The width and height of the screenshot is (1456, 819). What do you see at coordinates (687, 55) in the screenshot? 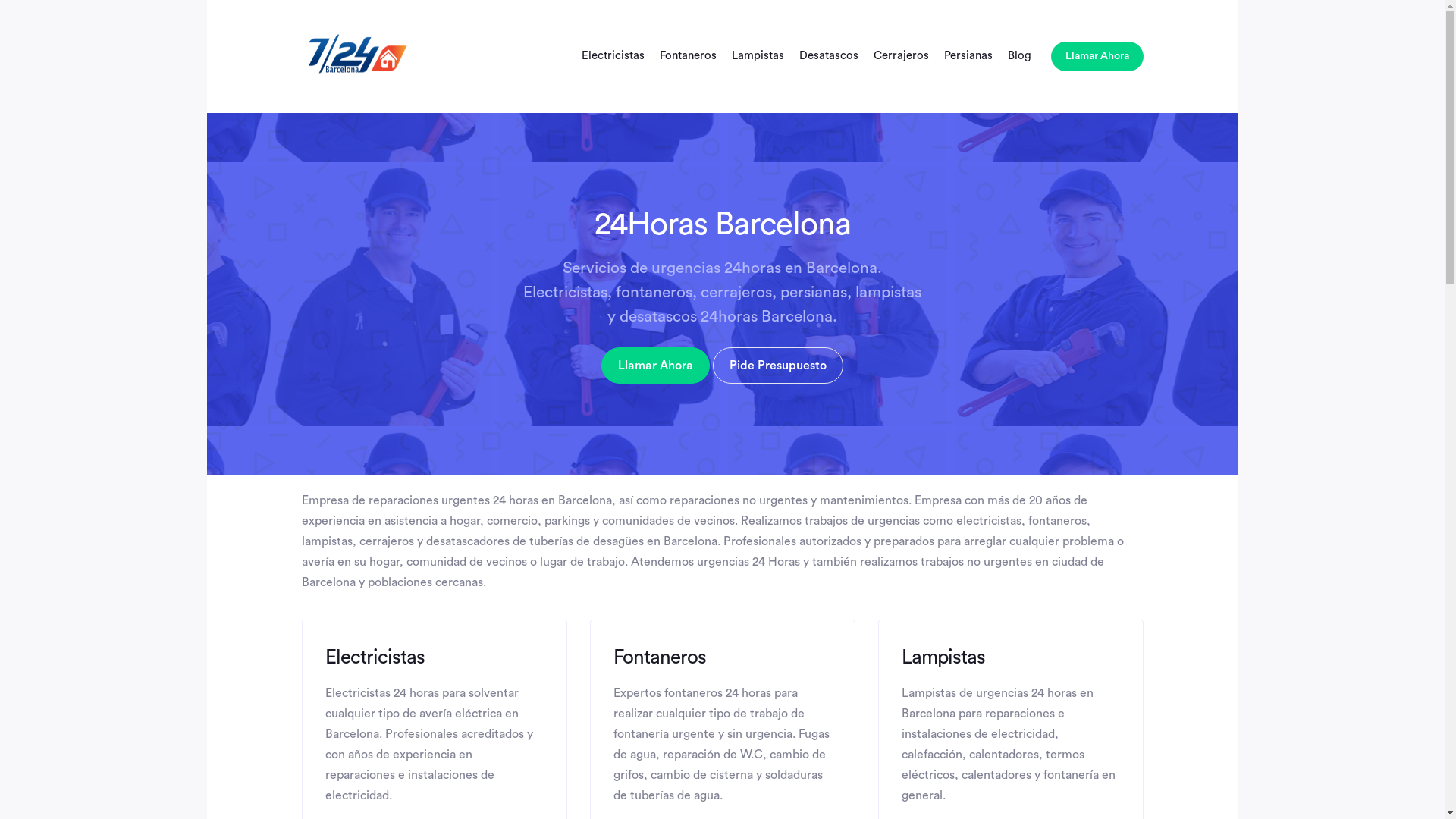
I see `'Fontaneros'` at bounding box center [687, 55].